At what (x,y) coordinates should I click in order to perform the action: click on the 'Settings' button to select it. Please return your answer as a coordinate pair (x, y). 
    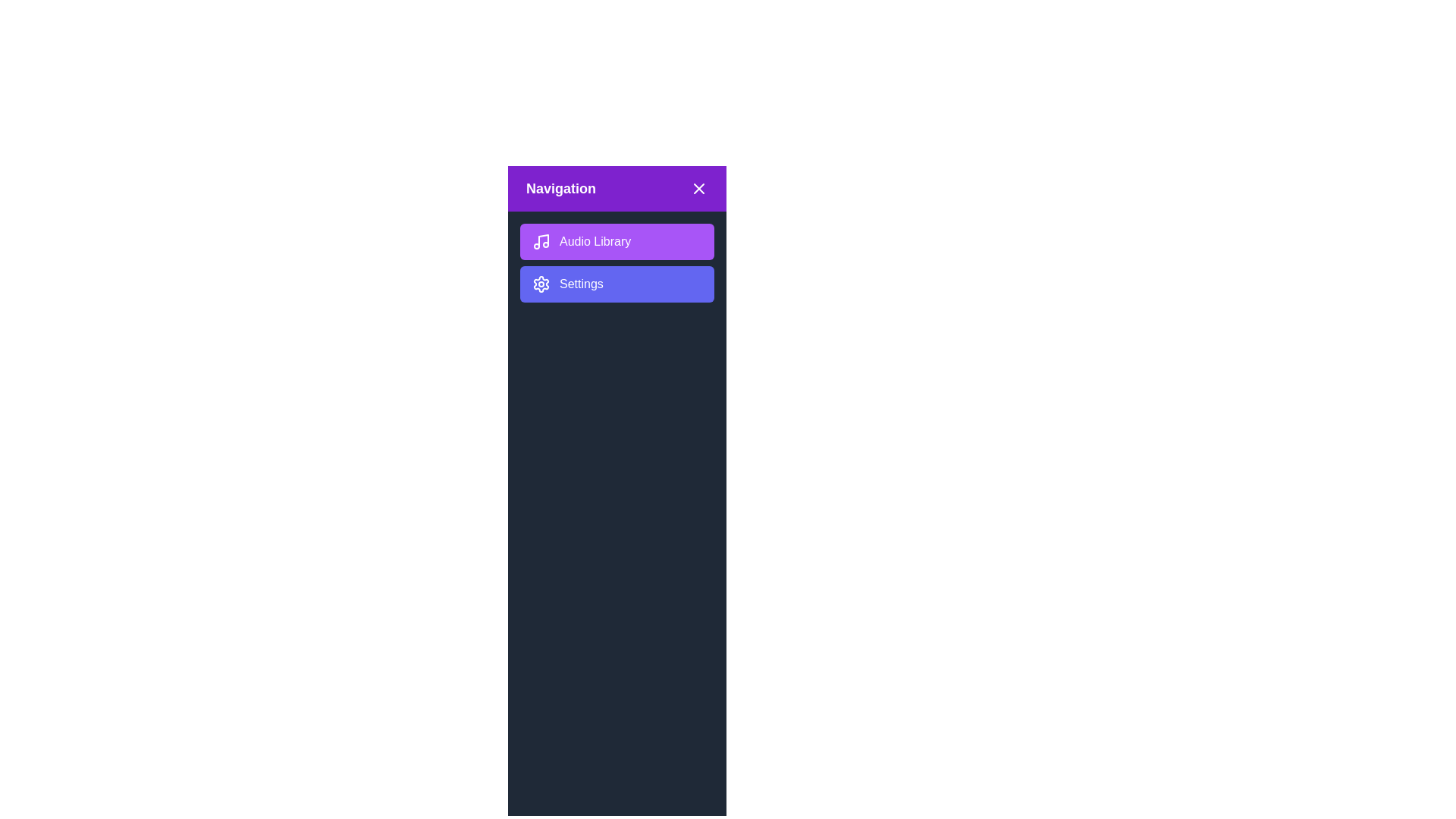
    Looking at the image, I should click on (617, 284).